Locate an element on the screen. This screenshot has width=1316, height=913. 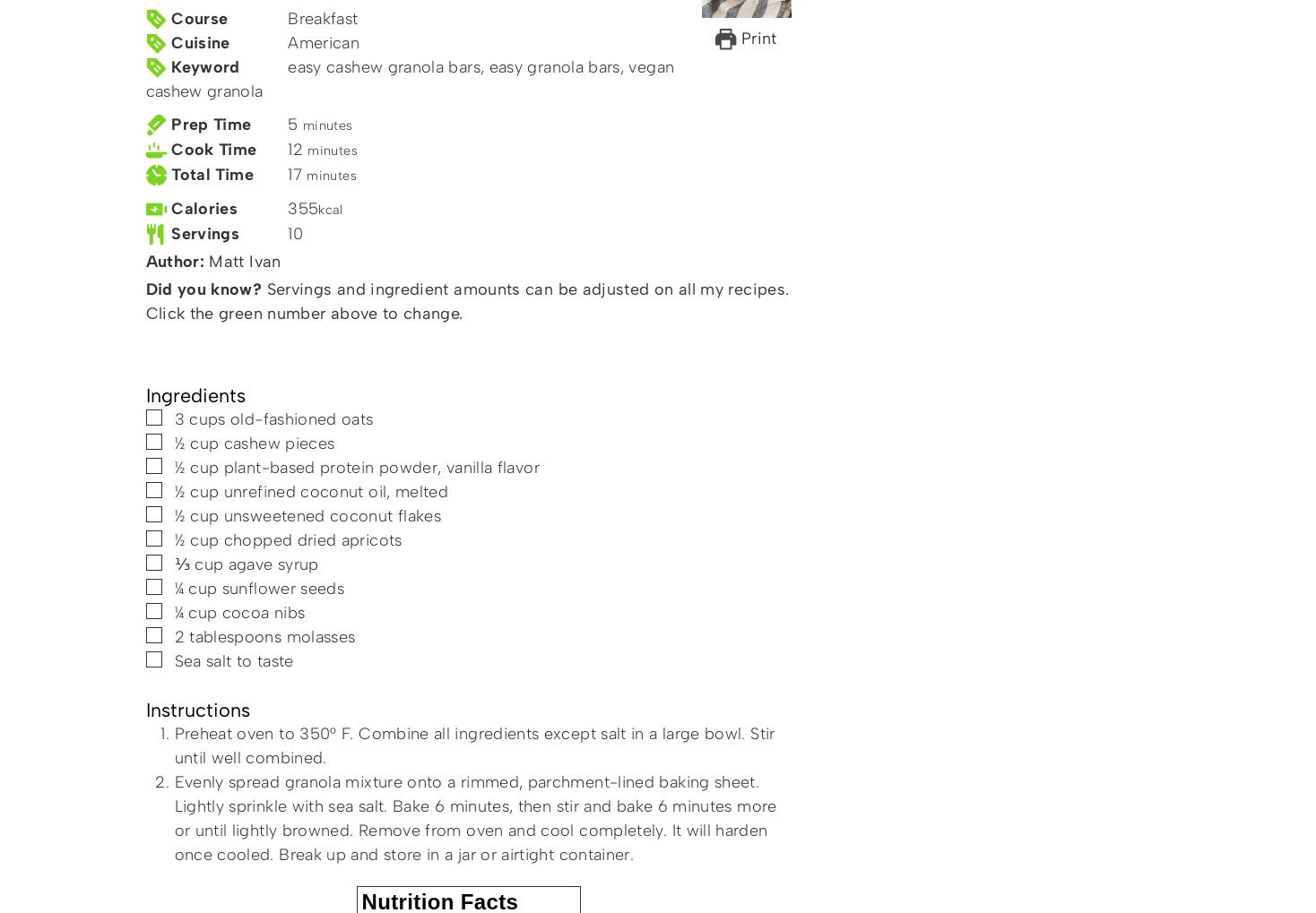
'unsweetened coconut flakes' is located at coordinates (331, 515).